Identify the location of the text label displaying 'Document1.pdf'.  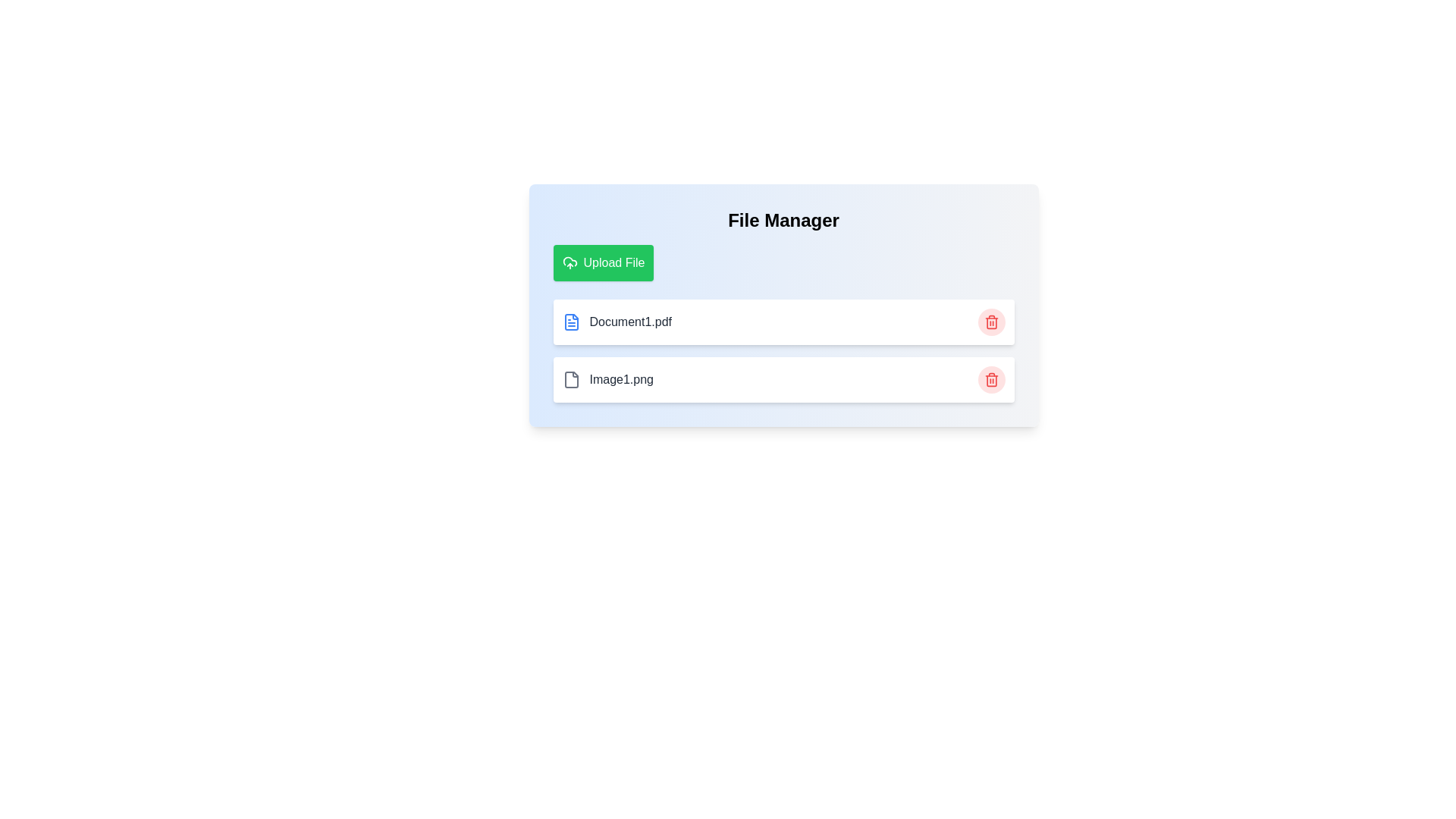
(630, 321).